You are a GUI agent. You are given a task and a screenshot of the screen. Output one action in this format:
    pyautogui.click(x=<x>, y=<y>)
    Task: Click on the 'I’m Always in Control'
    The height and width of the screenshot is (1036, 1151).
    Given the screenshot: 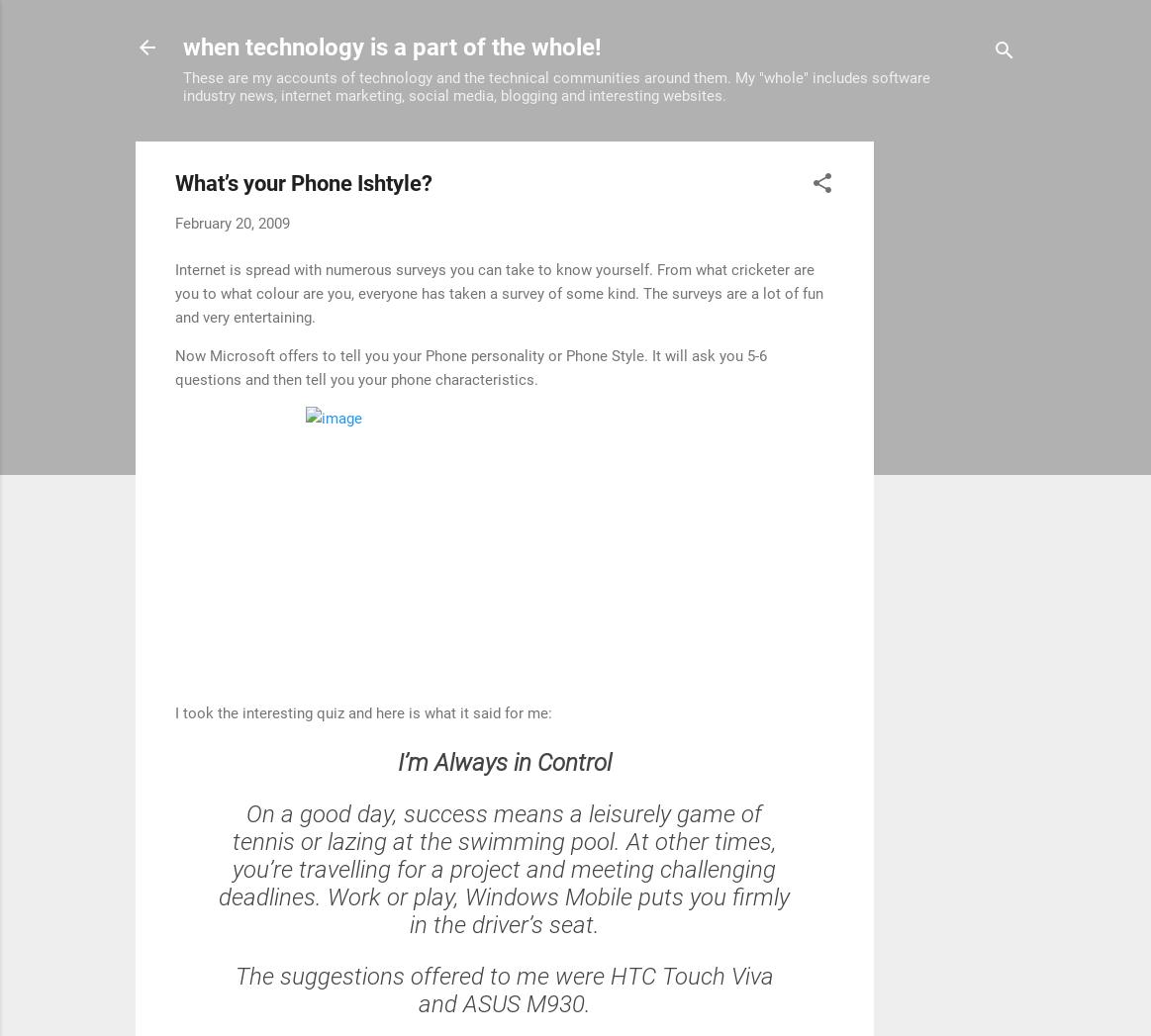 What is the action you would take?
    pyautogui.click(x=503, y=760)
    